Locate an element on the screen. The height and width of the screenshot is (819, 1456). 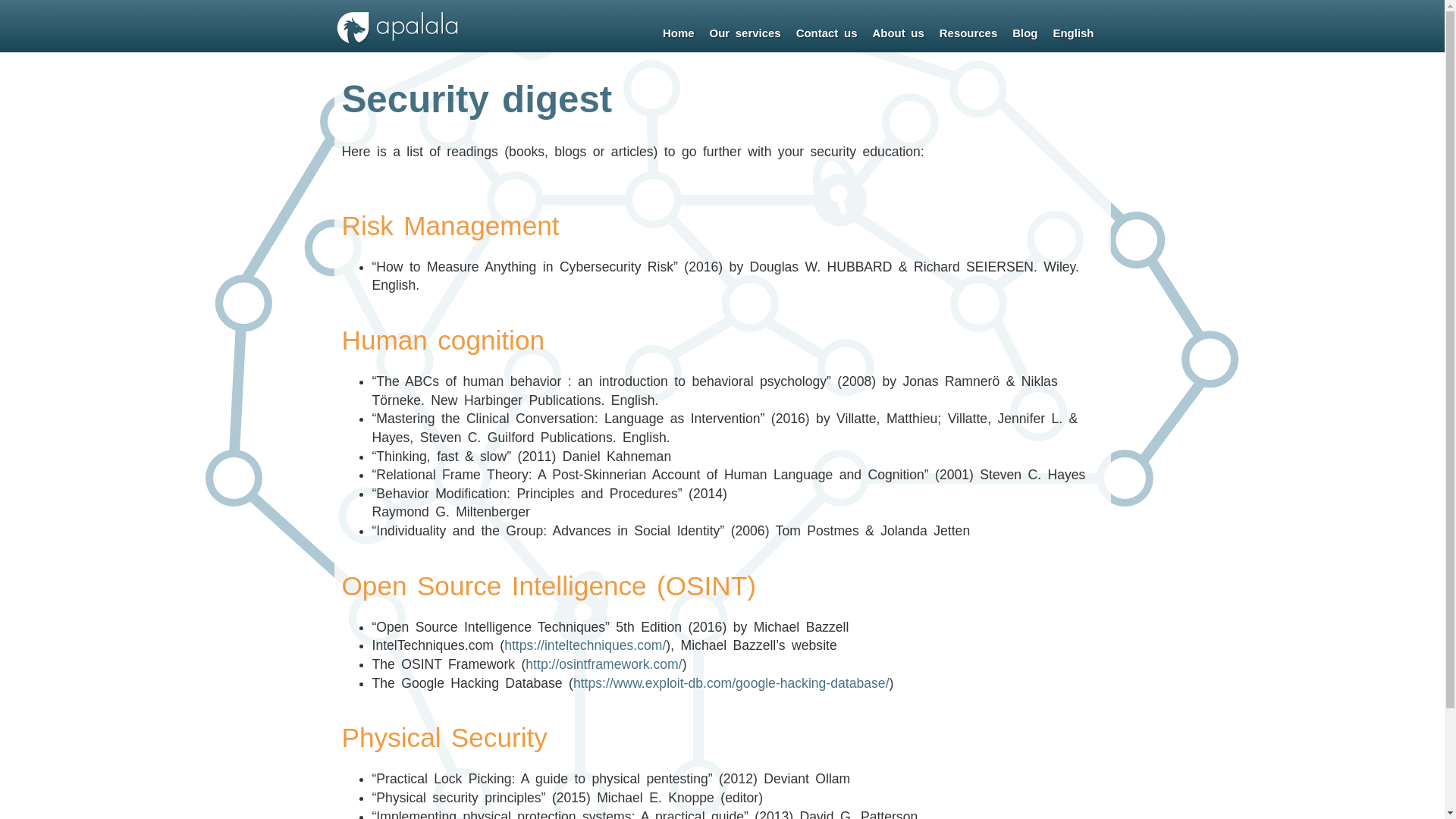
'Apalala srl' is located at coordinates (397, 40).